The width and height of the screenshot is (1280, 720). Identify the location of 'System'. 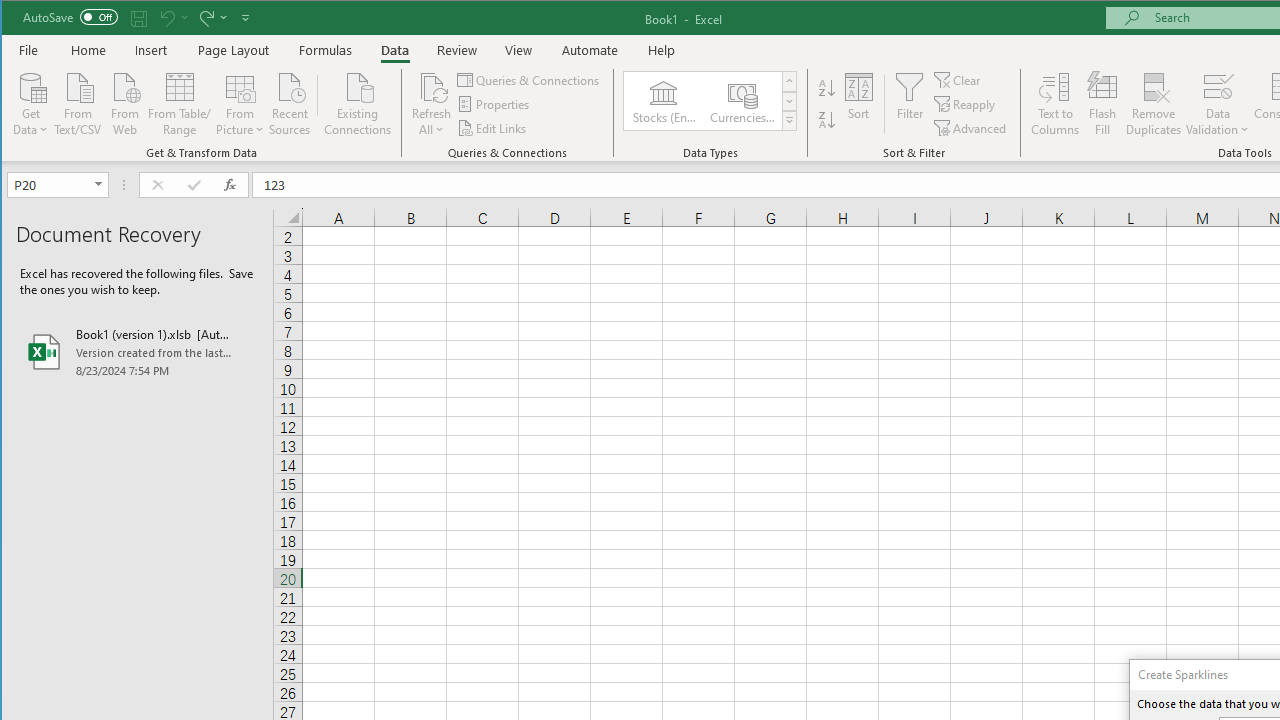
(19, 19).